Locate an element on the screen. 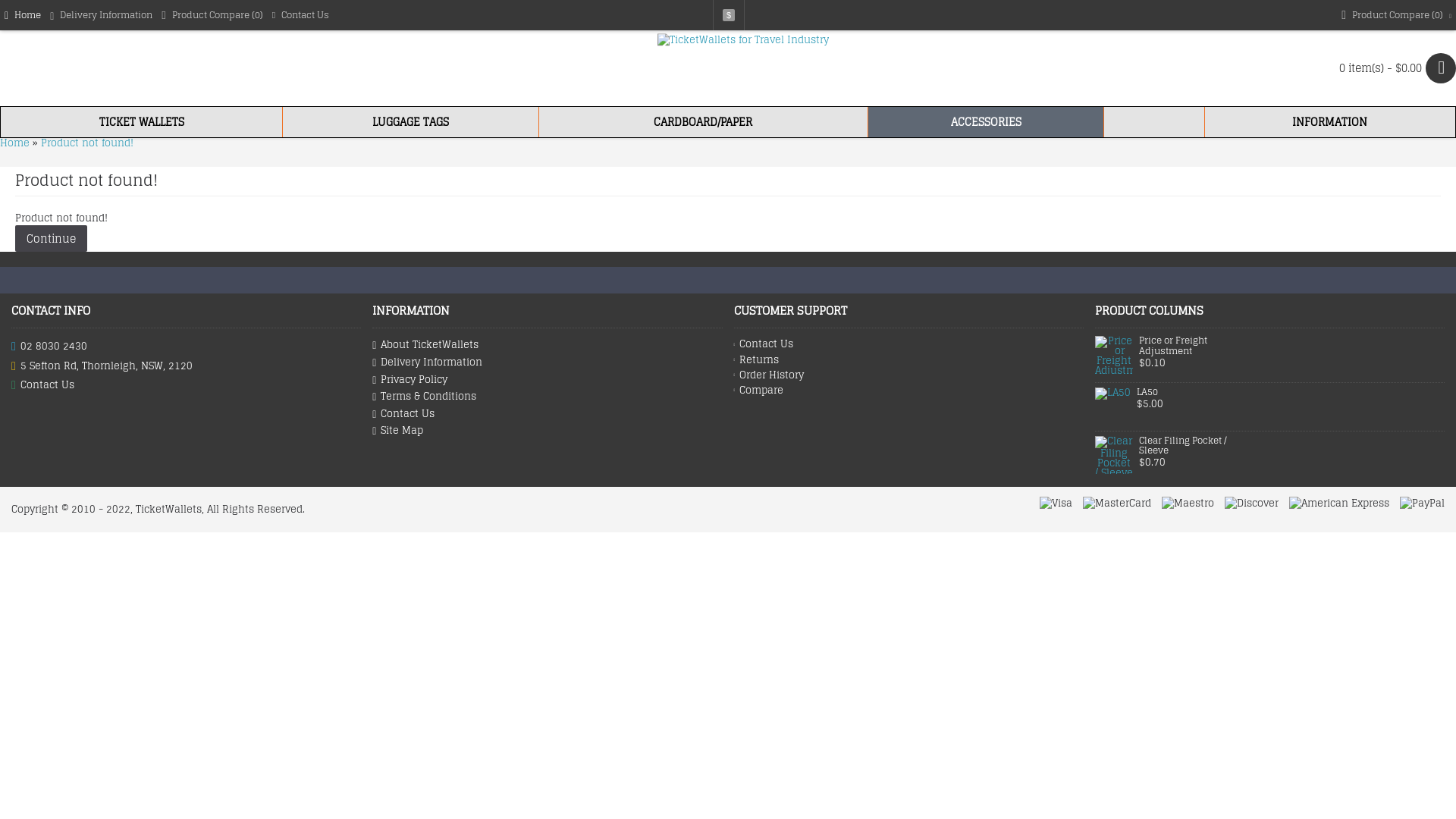 Image resolution: width=1456 pixels, height=819 pixels. 'Privacy Policy' is located at coordinates (546, 379).